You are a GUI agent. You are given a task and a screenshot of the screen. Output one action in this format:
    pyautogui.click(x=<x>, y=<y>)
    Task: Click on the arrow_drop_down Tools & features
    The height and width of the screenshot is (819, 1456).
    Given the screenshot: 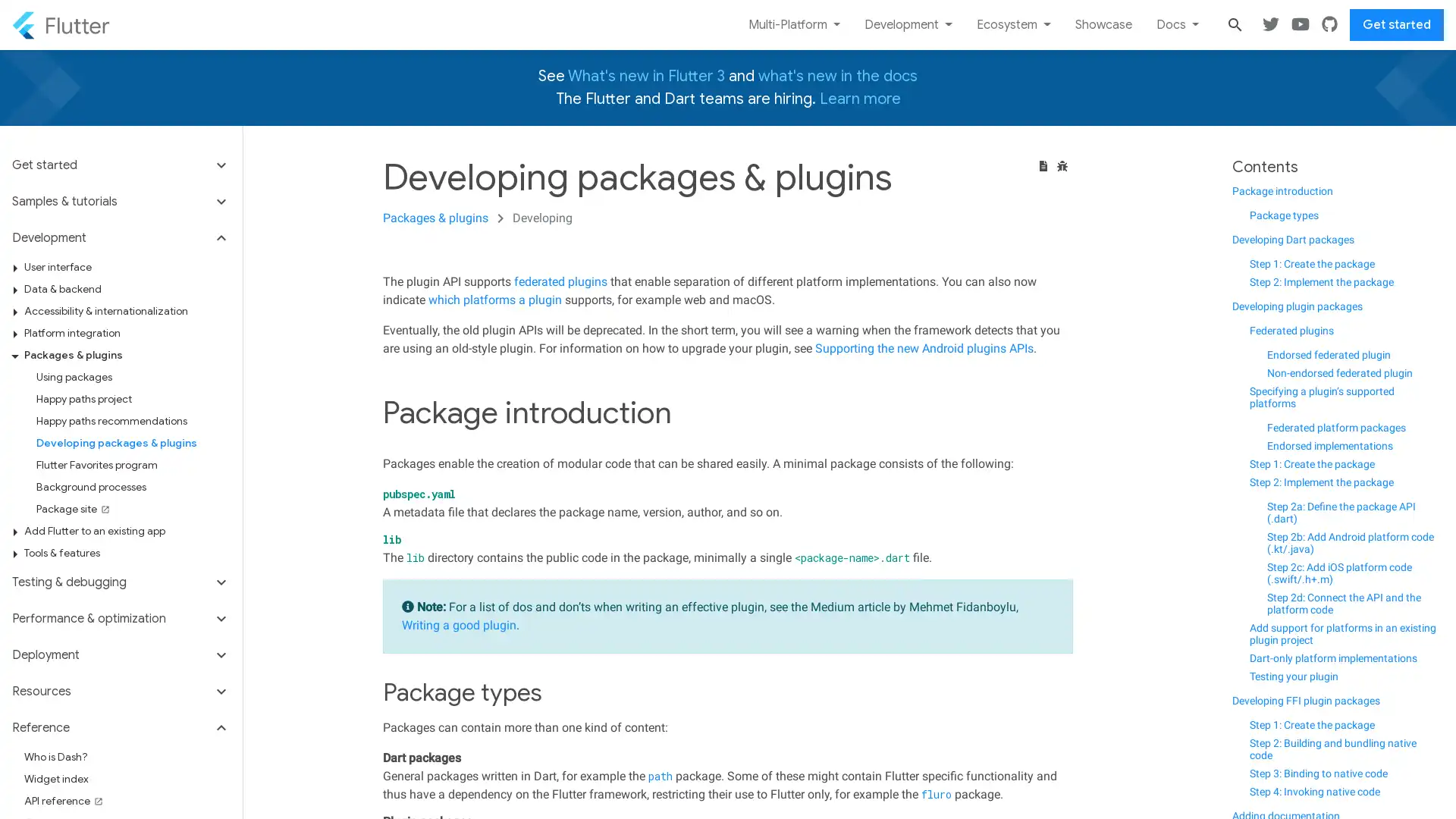 What is the action you would take?
    pyautogui.click(x=127, y=553)
    